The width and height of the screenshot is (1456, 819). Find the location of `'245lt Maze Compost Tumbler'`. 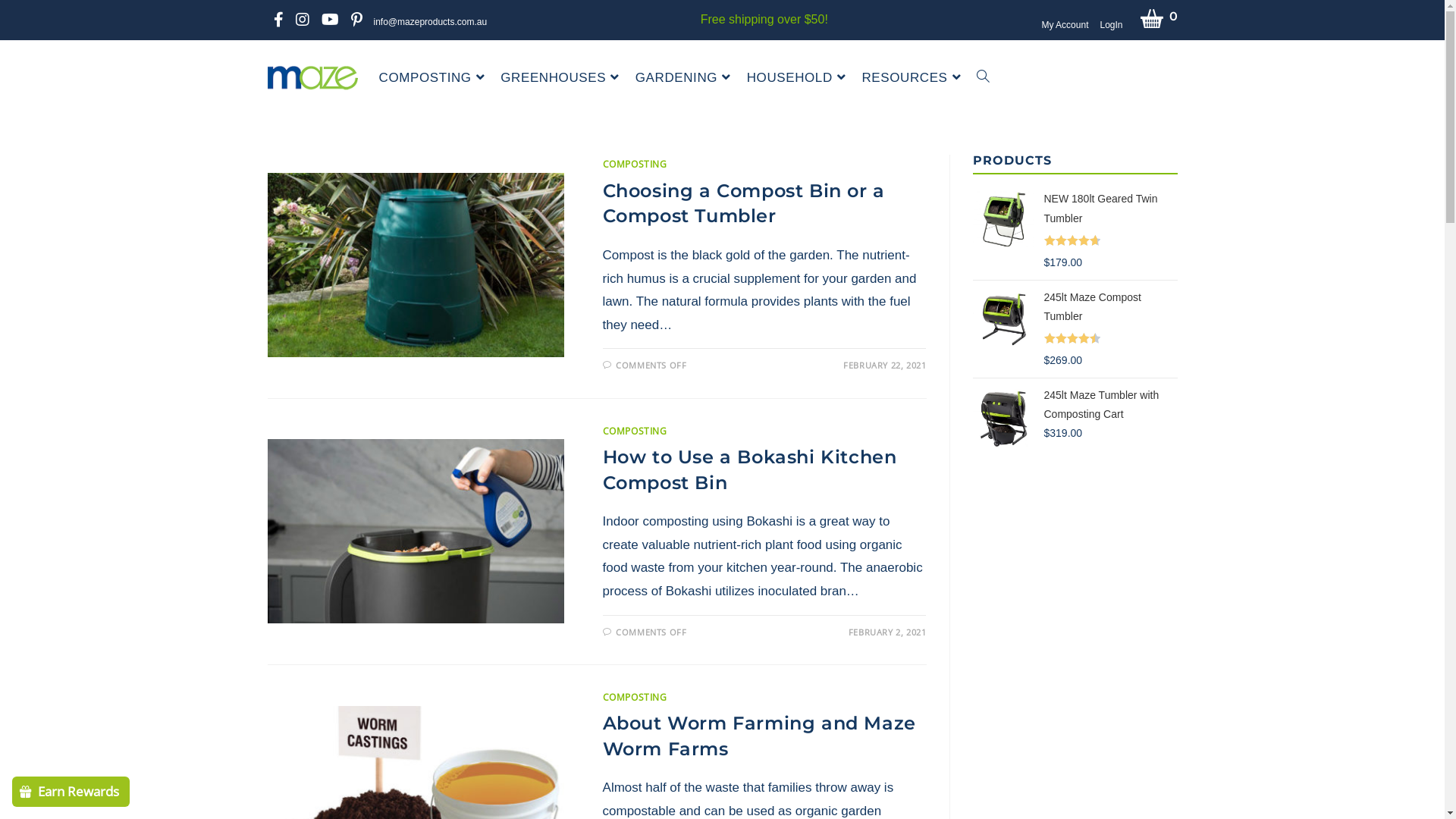

'245lt Maze Compost Tumbler' is located at coordinates (1110, 308).